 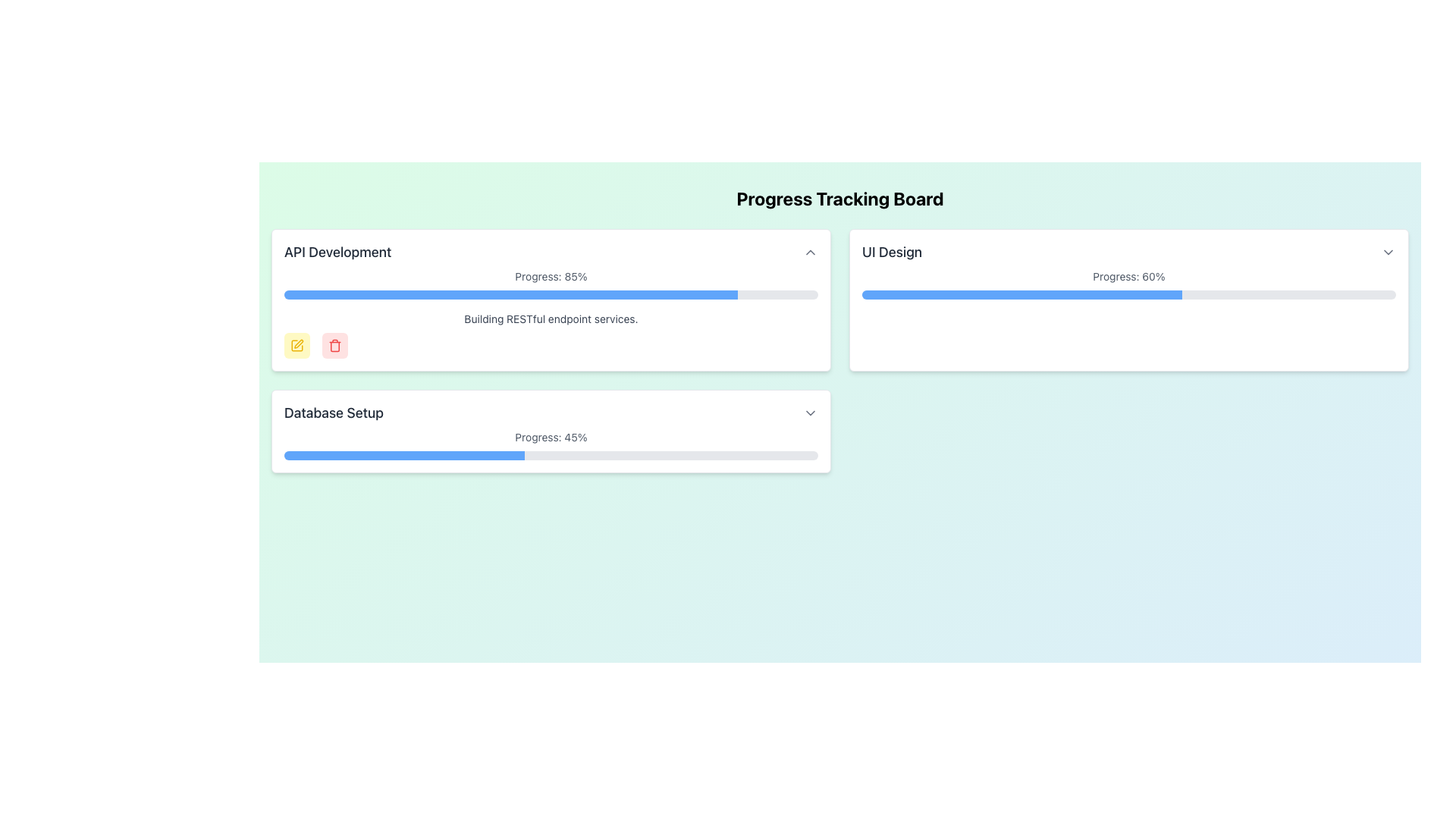 I want to click on displayed progress value (60%) of the 'UI Design' task, which is located at the center of the 'UI Design' card, below the title and above the progress bar, so click(x=1128, y=277).